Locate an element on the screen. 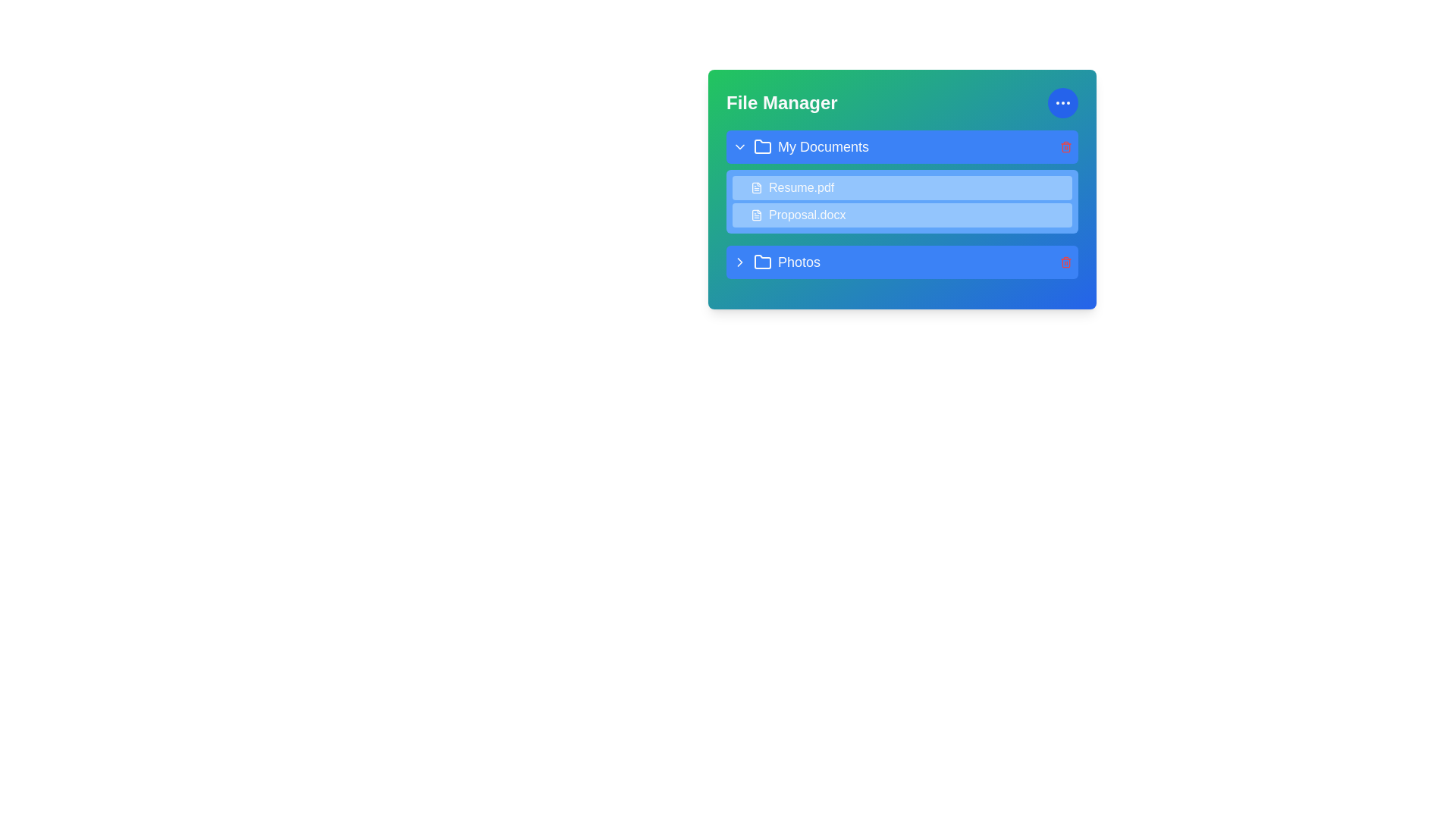 The height and width of the screenshot is (819, 1456). the Folder representation UI element labeled 'Photos', which has a blue background and is the last item in the folder navigation interface is located at coordinates (902, 262).